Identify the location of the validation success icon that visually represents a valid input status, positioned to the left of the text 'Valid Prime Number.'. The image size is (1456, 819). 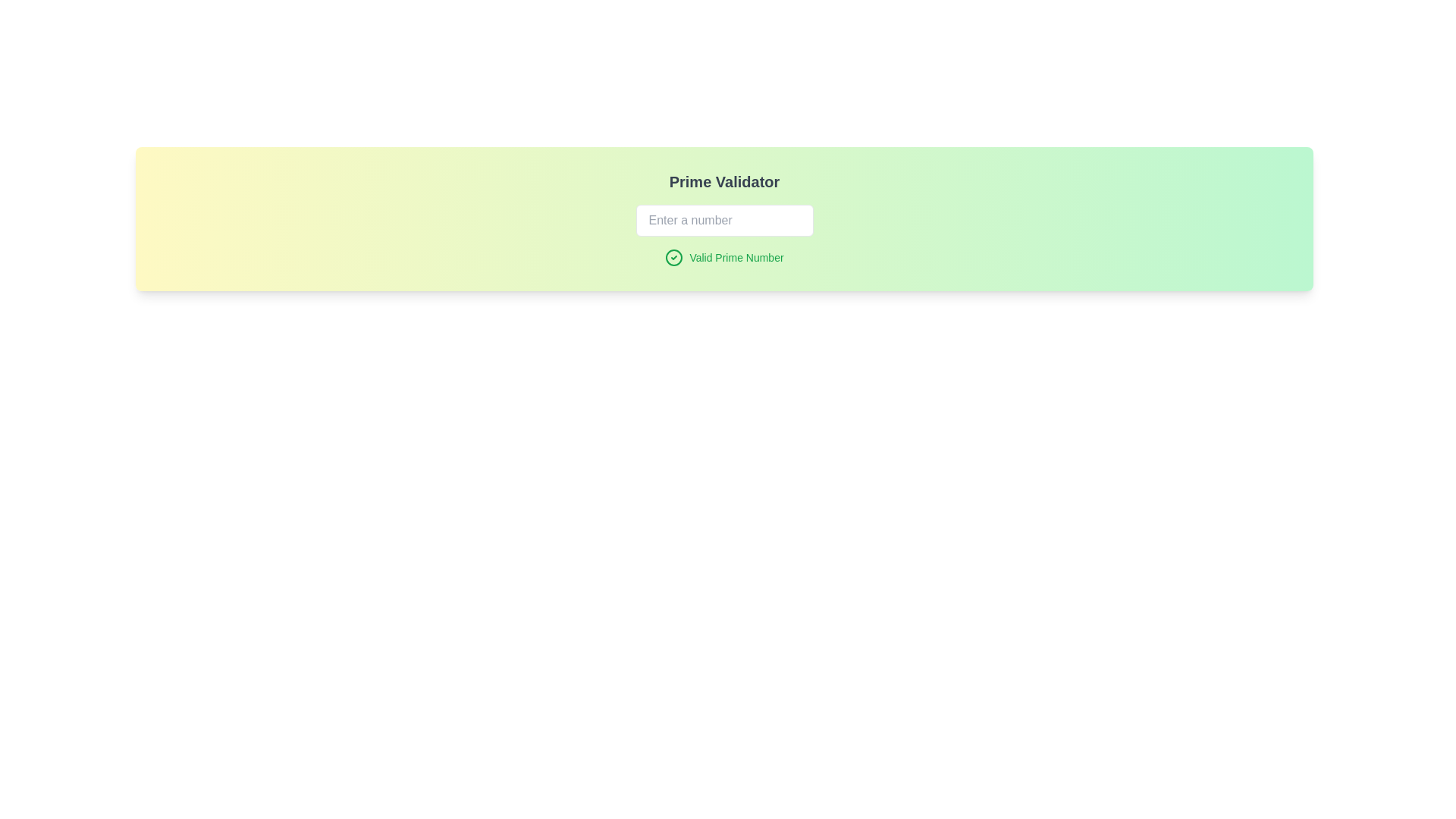
(673, 256).